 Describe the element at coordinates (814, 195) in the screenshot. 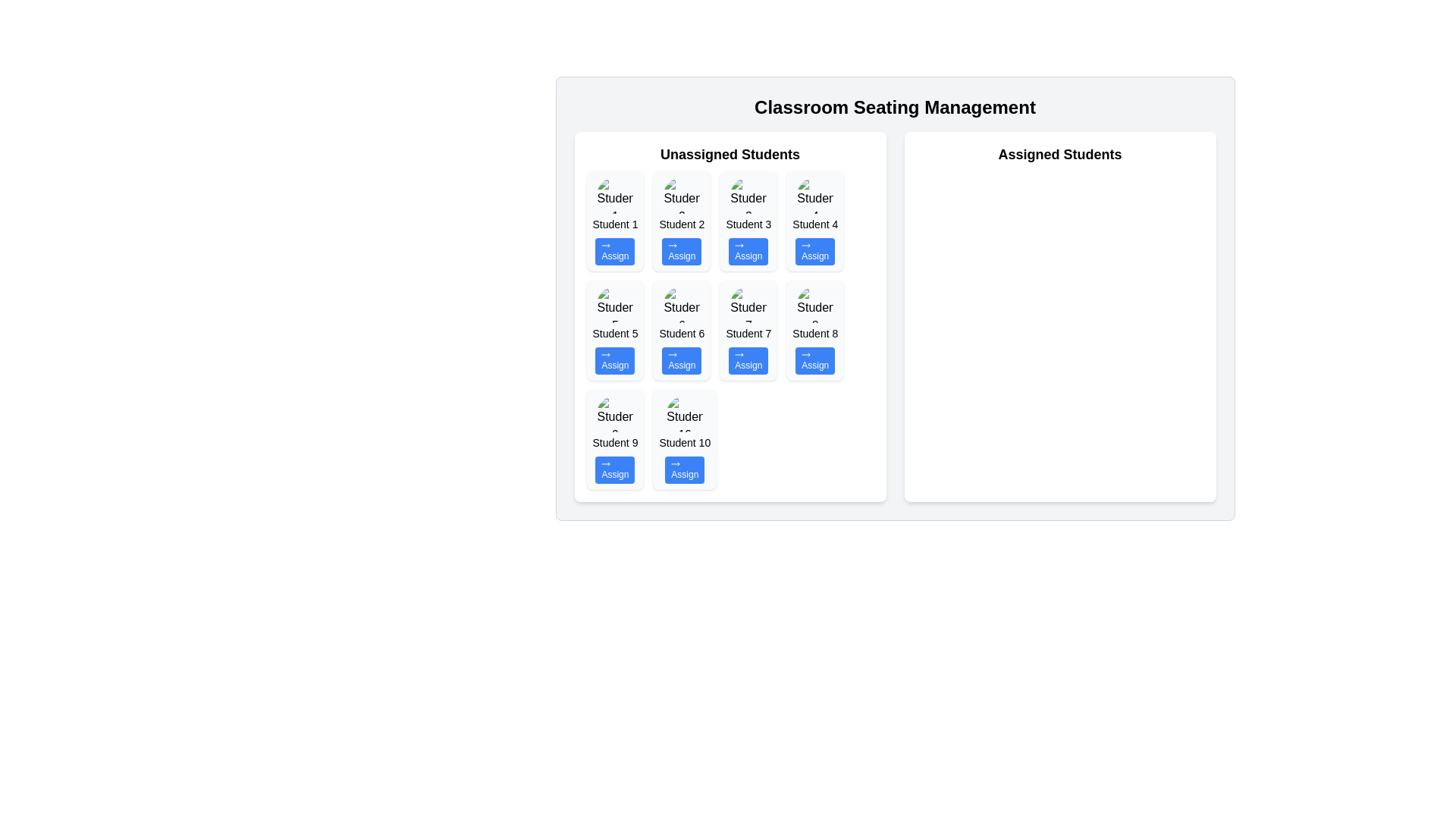

I see `the profile picture representing 'Stu 4', which is a small circular image with a white border, located in the fourth position of the grid of 'Unassigned Students'` at that location.